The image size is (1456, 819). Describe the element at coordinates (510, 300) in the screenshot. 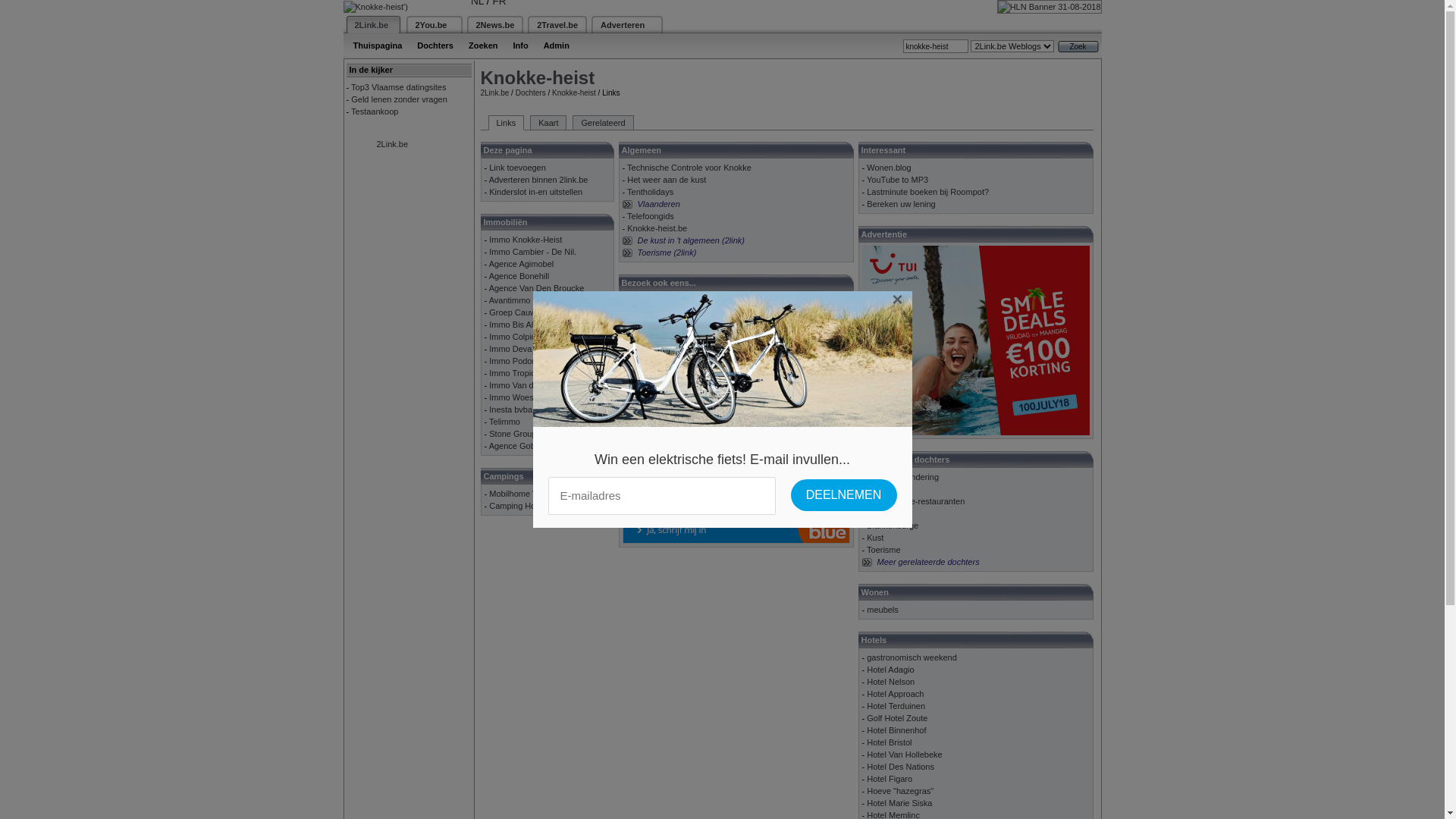

I see `'Avantimmo'` at that location.